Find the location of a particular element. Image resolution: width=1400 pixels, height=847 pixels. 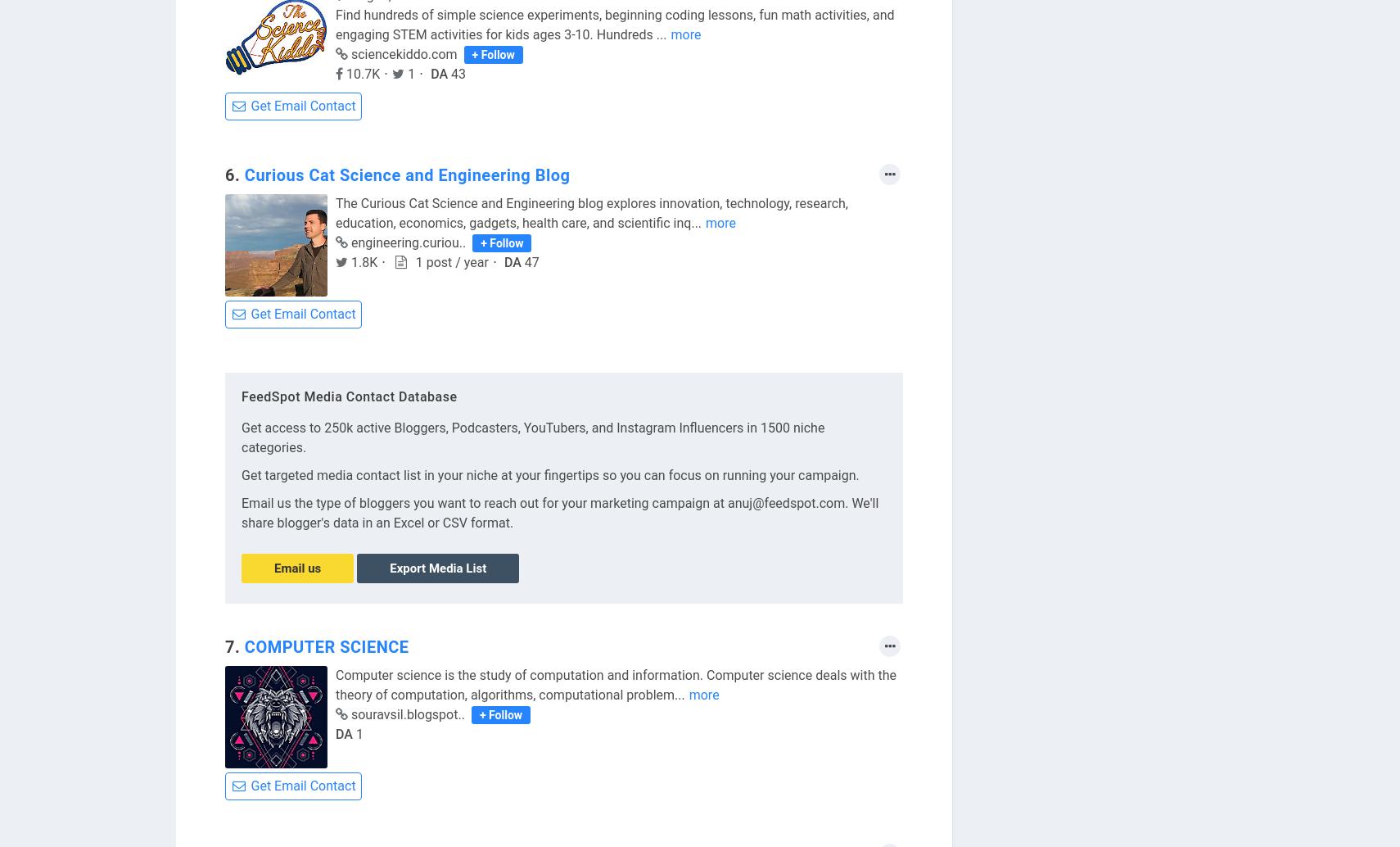

'6.' is located at coordinates (233, 175).